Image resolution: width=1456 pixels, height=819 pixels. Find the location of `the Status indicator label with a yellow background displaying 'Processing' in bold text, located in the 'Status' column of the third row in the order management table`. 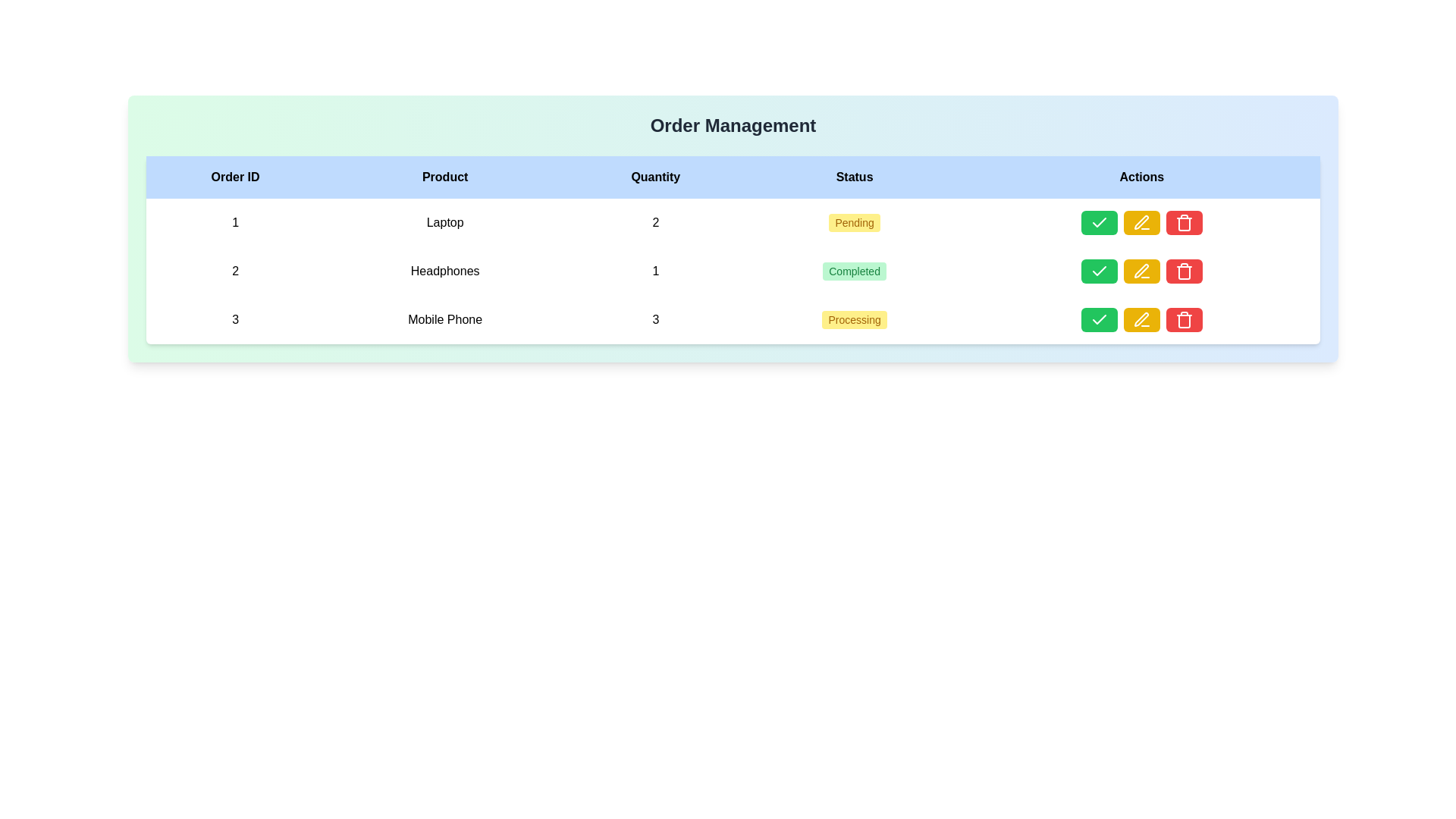

the Status indicator label with a yellow background displaying 'Processing' in bold text, located in the 'Status' column of the third row in the order management table is located at coordinates (855, 318).